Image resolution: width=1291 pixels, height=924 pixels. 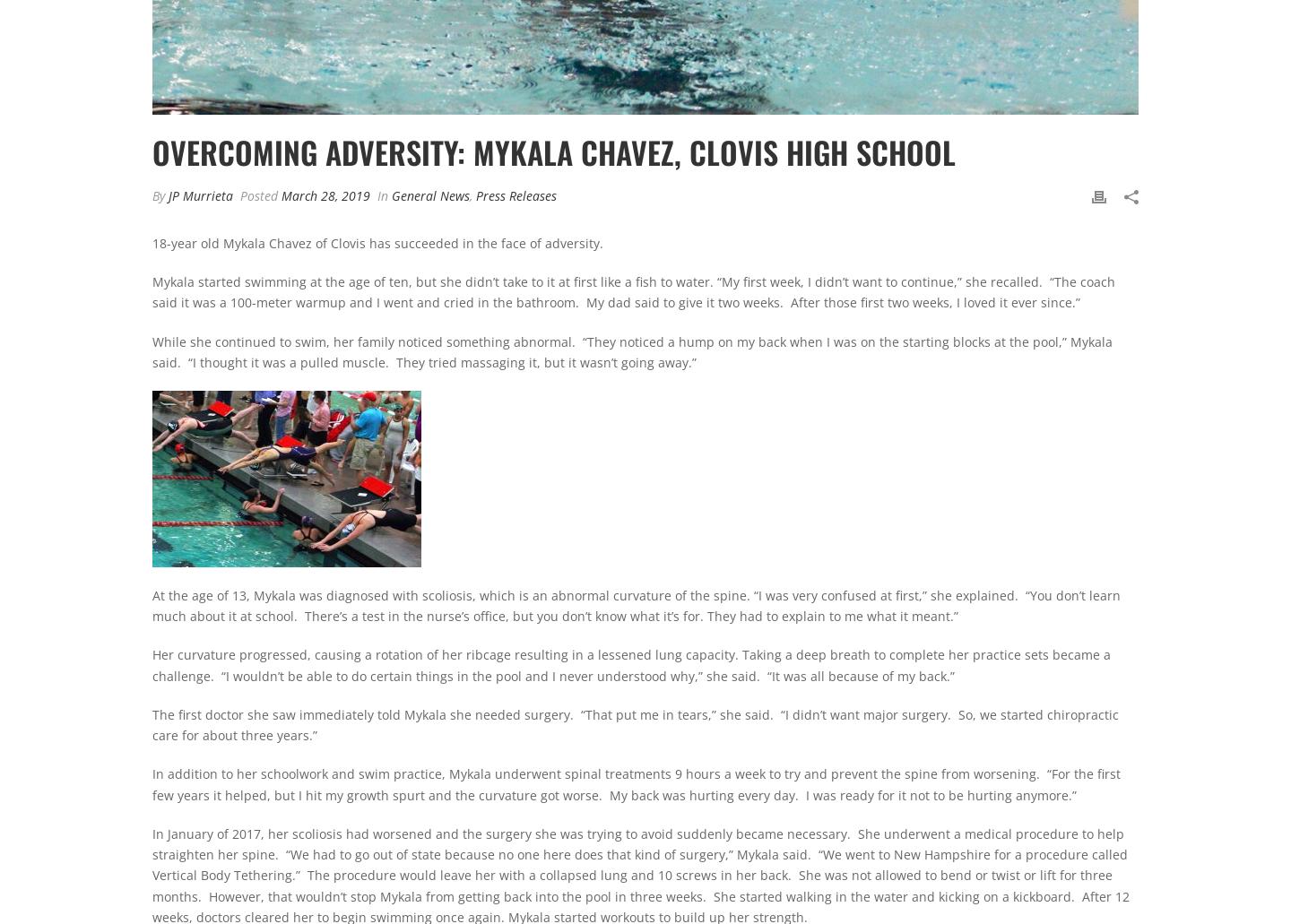 I want to click on 'The first doctor she saw immediately told Mykala she needed surgery.  “That put me in tears,” she said.  “I didn’t want major surgery.  So, we started chiropractic care for about three years.”', so click(x=636, y=723).